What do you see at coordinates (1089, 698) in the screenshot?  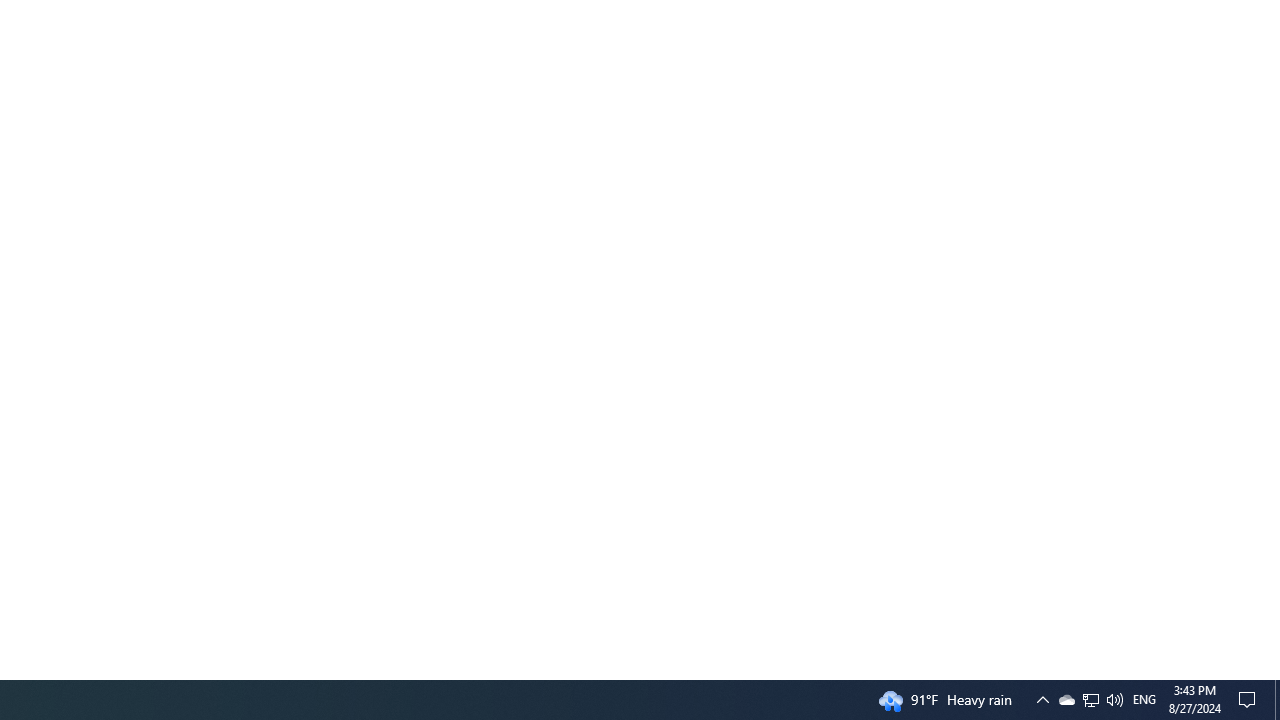 I see `'User Promoted Notification Area'` at bounding box center [1089, 698].